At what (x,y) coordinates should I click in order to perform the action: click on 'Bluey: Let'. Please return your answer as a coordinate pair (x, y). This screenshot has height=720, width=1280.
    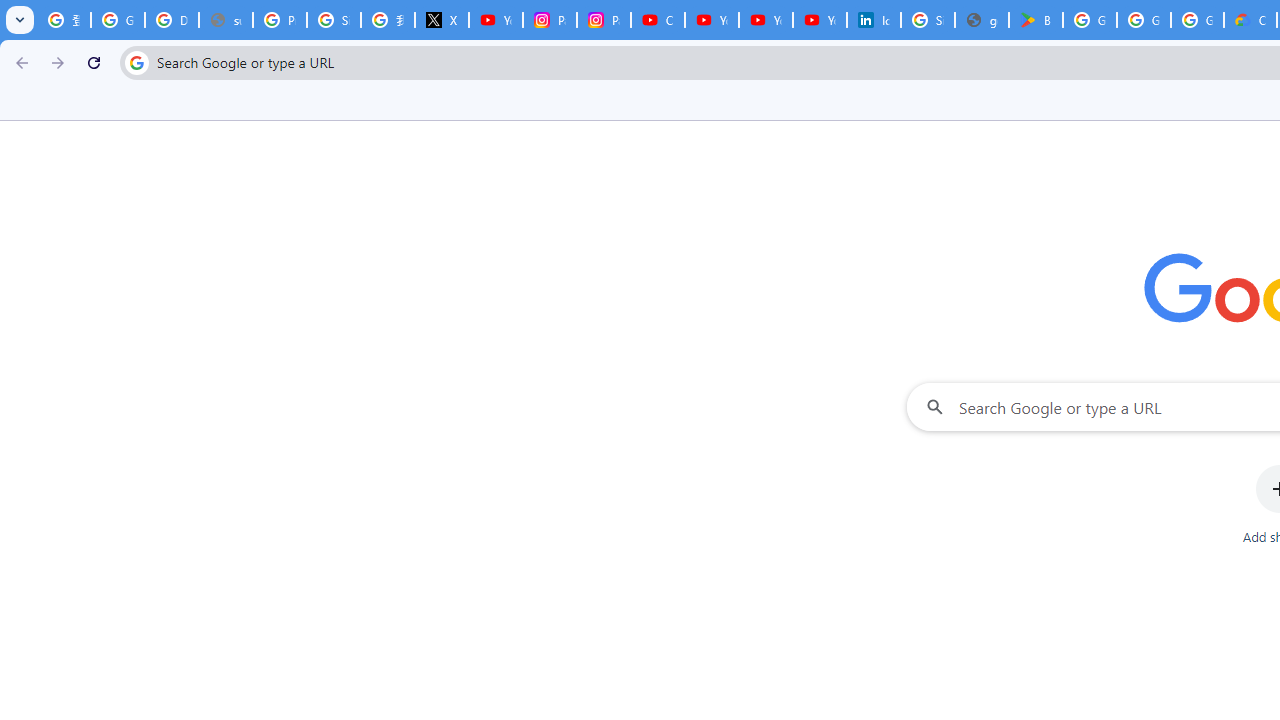
    Looking at the image, I should click on (1036, 20).